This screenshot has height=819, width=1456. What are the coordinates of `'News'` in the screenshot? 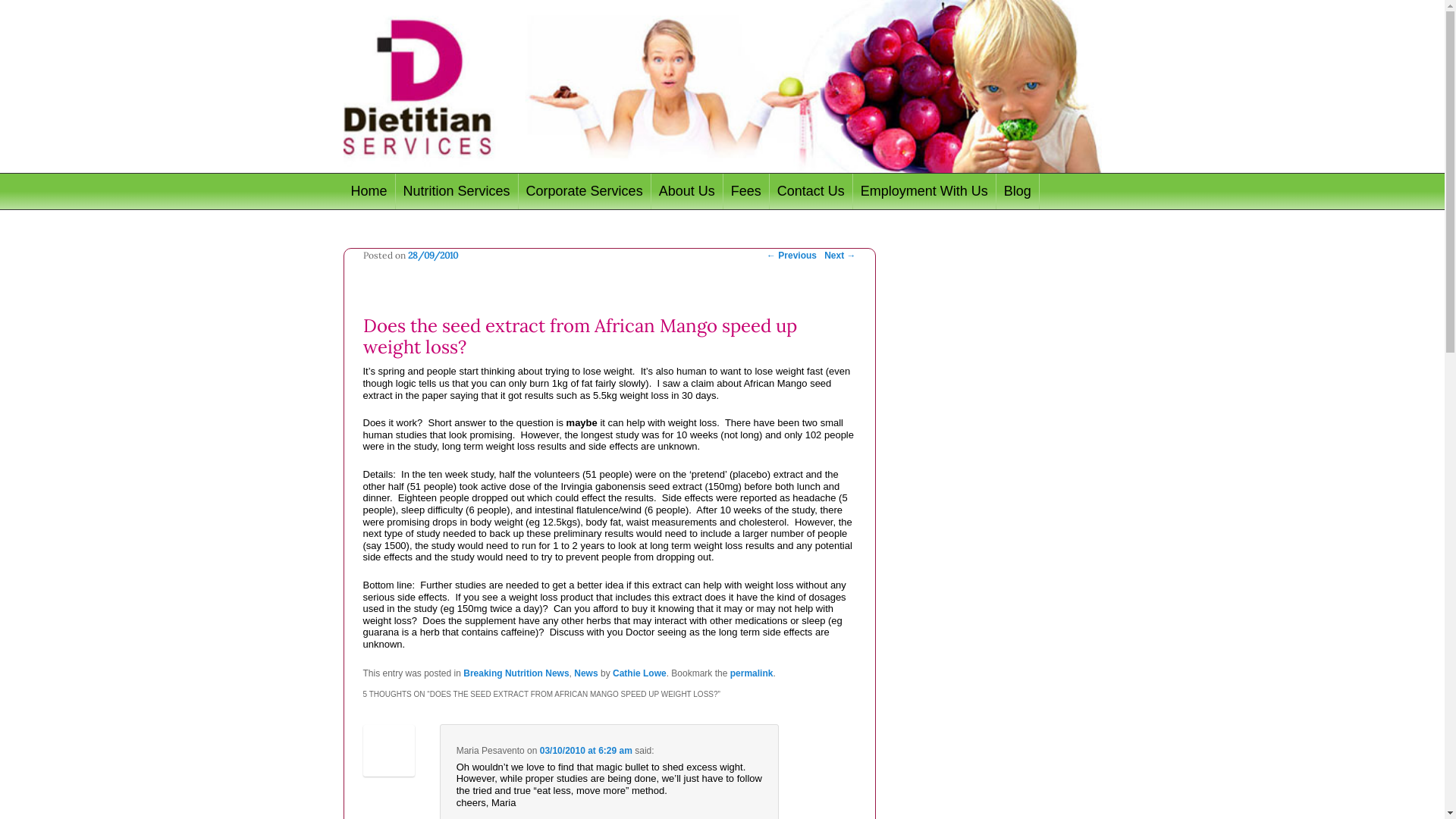 It's located at (585, 672).